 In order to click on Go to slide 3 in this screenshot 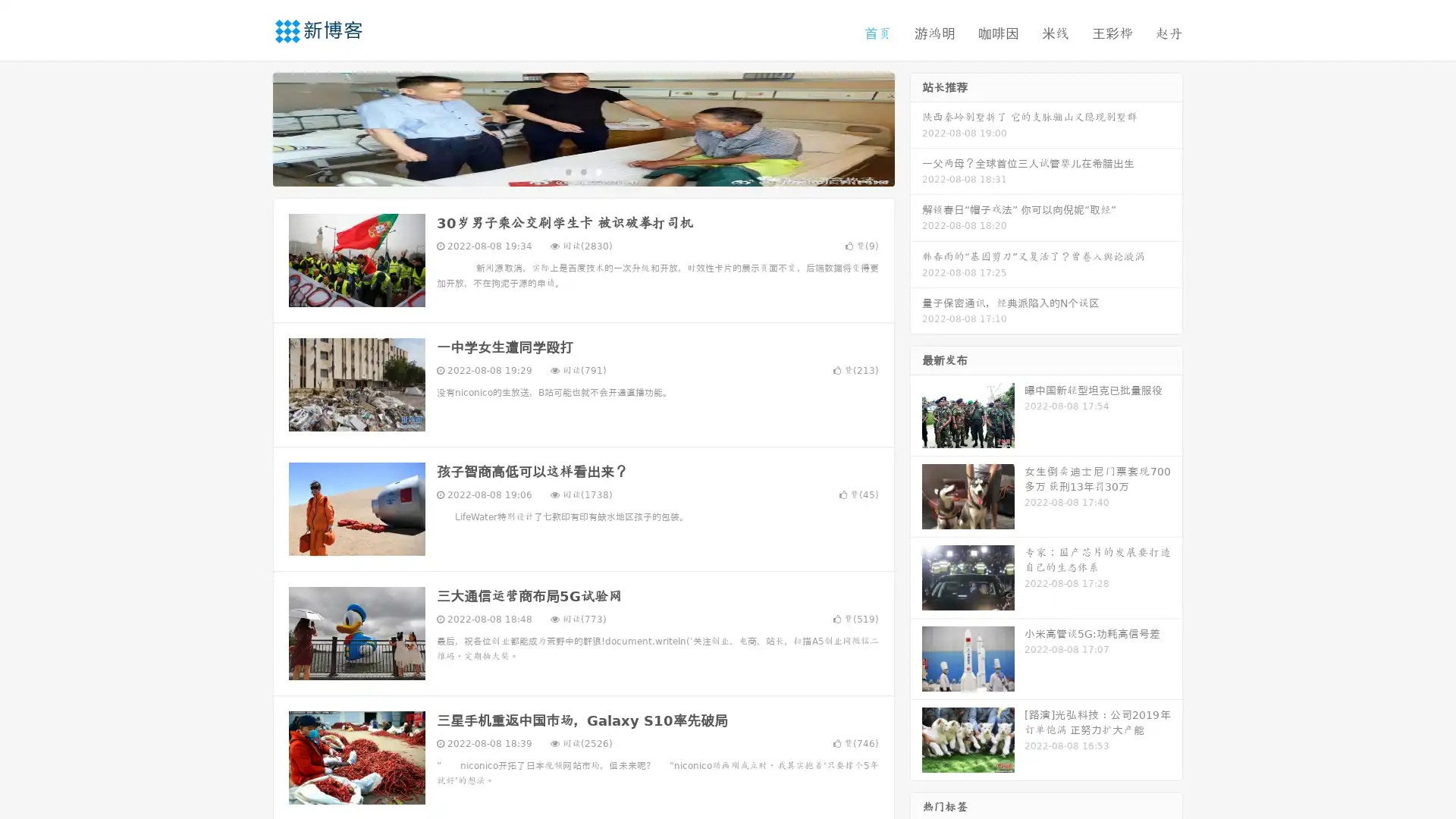, I will do `click(598, 171)`.